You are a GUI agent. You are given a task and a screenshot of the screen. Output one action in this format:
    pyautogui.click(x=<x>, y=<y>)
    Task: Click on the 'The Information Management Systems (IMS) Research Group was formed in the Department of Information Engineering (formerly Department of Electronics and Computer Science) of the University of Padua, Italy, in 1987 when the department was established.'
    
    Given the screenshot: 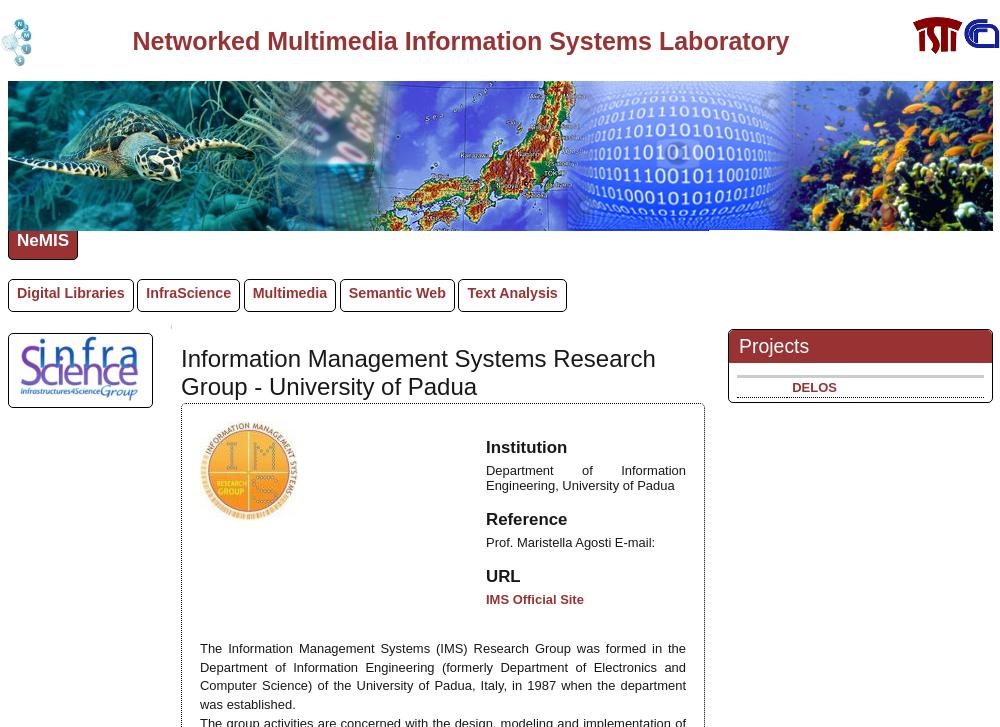 What is the action you would take?
    pyautogui.click(x=442, y=674)
    